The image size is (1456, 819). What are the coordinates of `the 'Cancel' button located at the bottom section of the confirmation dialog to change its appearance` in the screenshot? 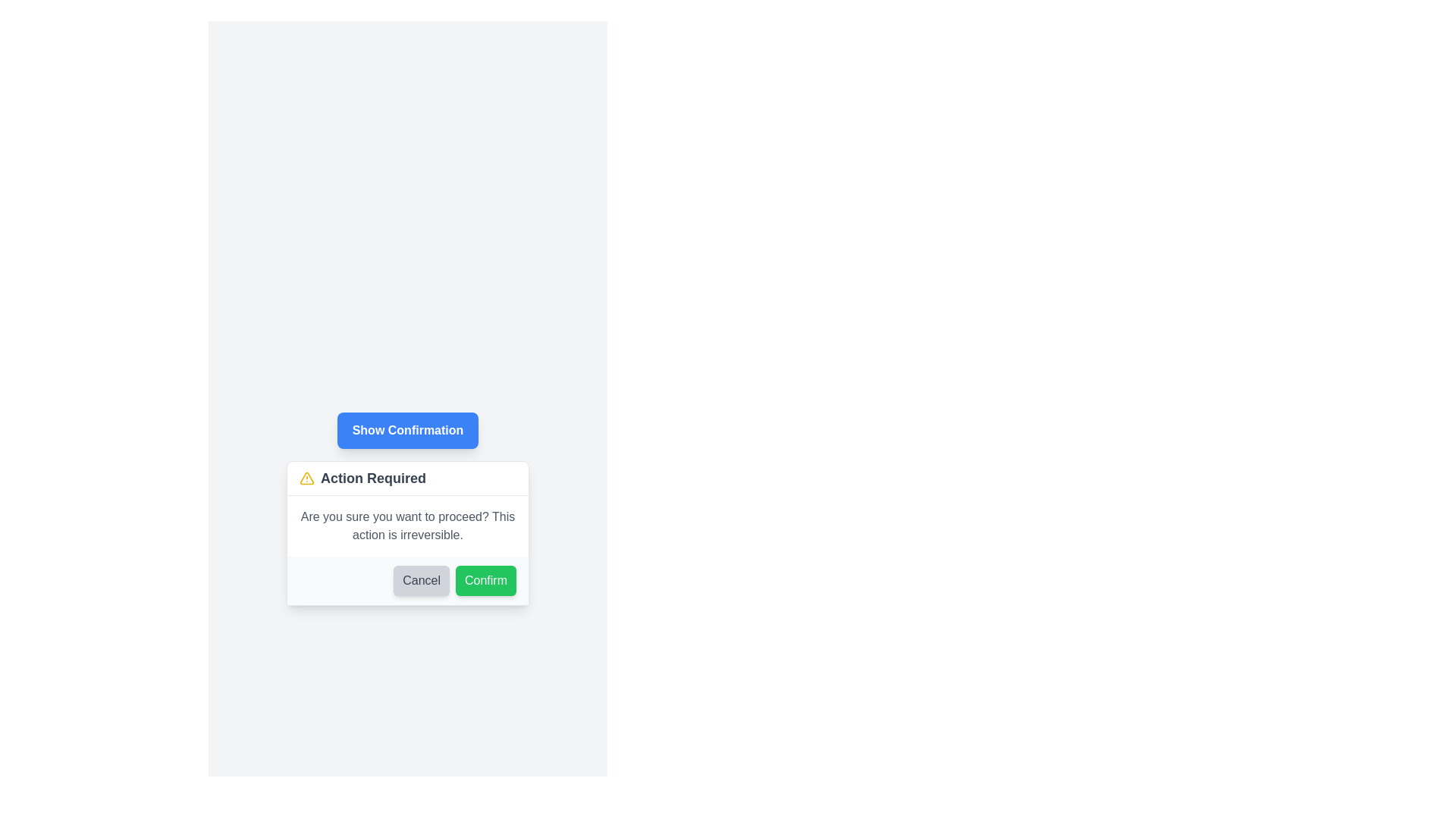 It's located at (422, 580).